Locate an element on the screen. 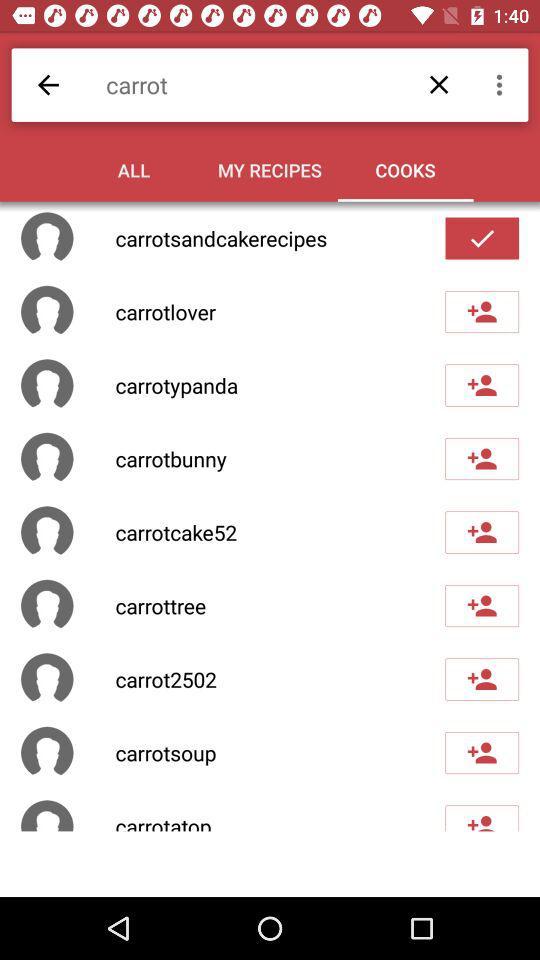 The image size is (540, 960). the item to the left of the carrot is located at coordinates (48, 85).